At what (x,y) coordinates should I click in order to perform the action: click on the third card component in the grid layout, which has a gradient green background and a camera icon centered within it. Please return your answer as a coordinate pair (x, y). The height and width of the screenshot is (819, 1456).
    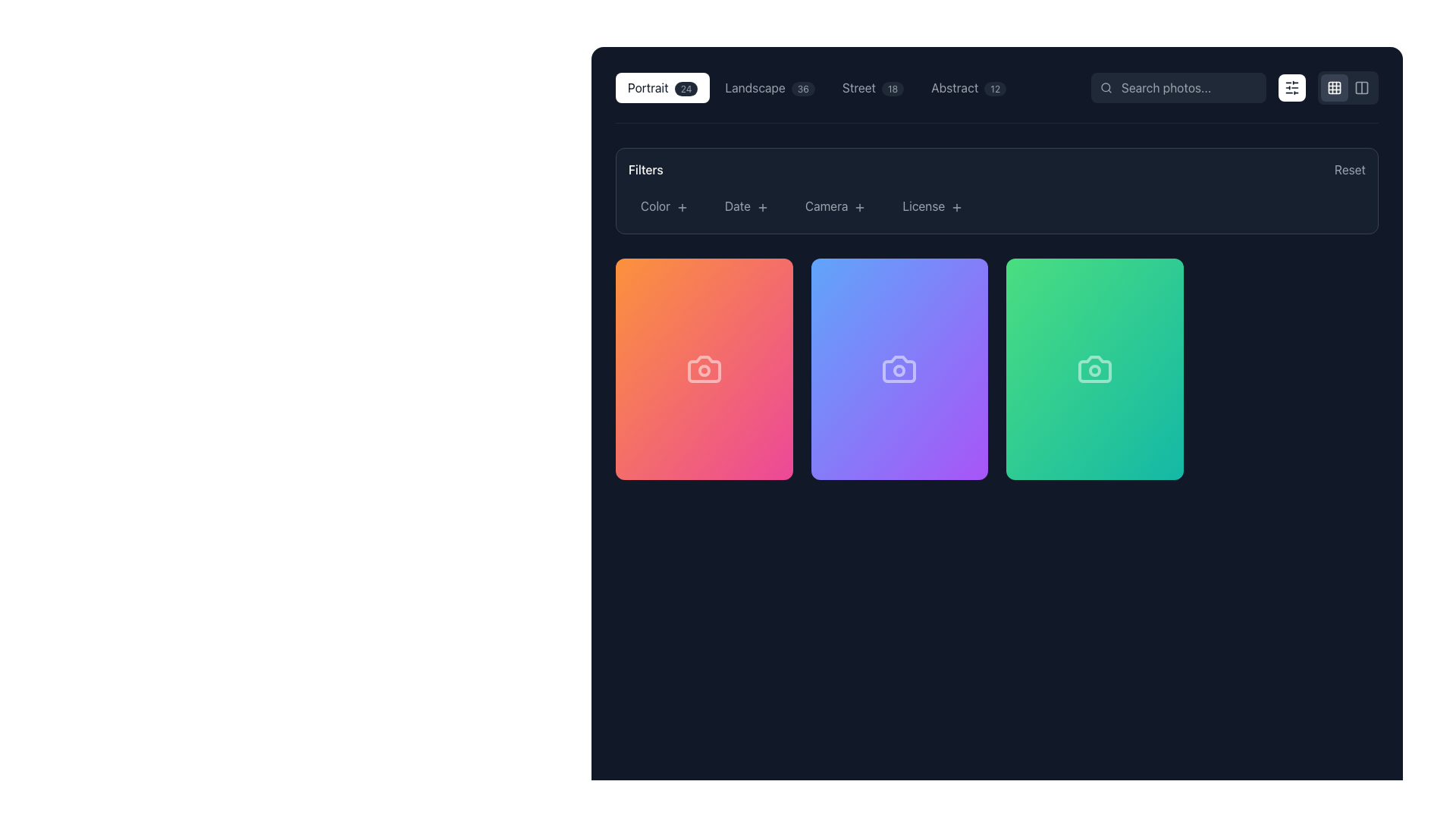
    Looking at the image, I should click on (1094, 369).